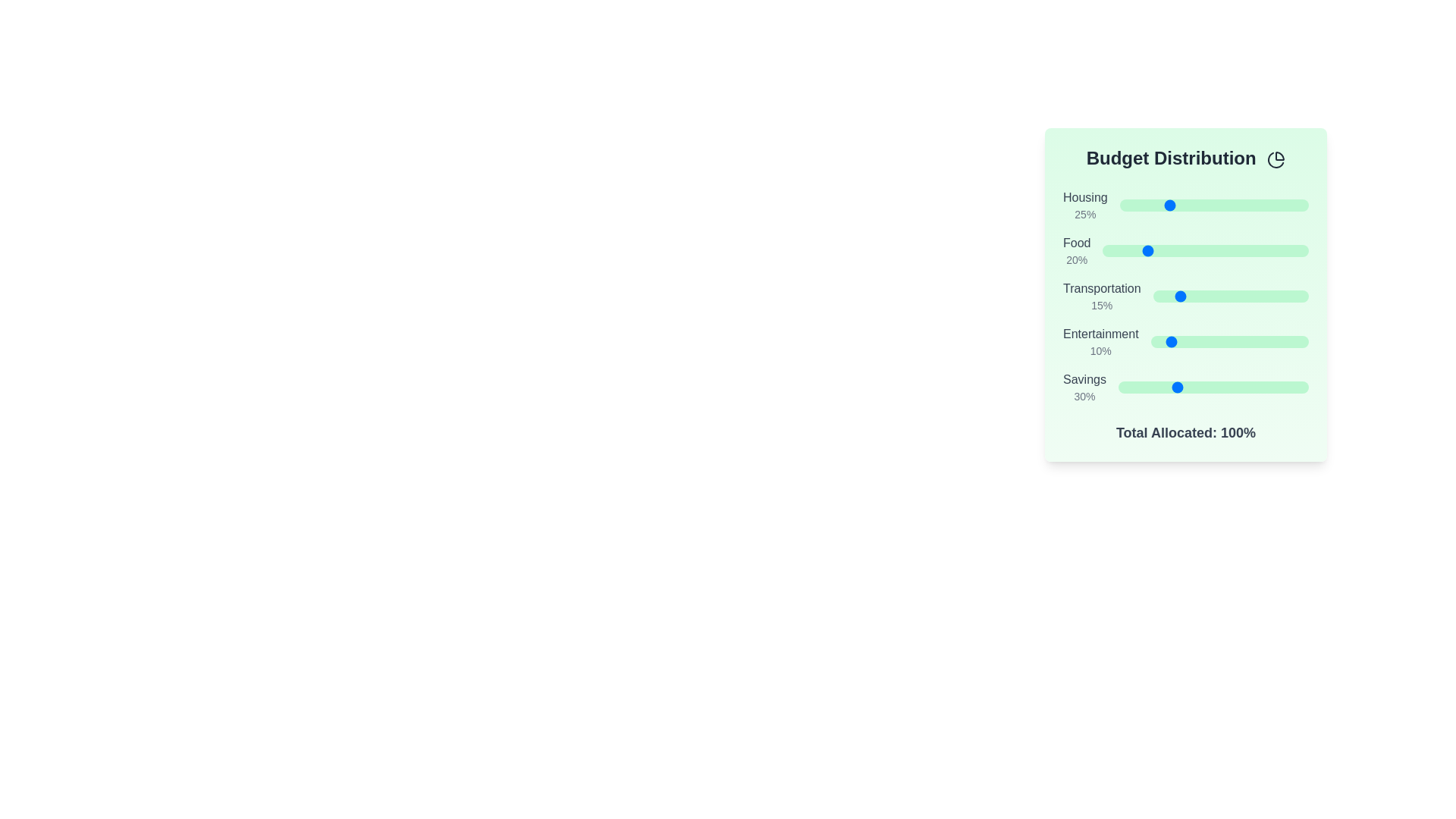  Describe the element at coordinates (1243, 250) in the screenshot. I see `the 'Food' slider to set its value to 68` at that location.